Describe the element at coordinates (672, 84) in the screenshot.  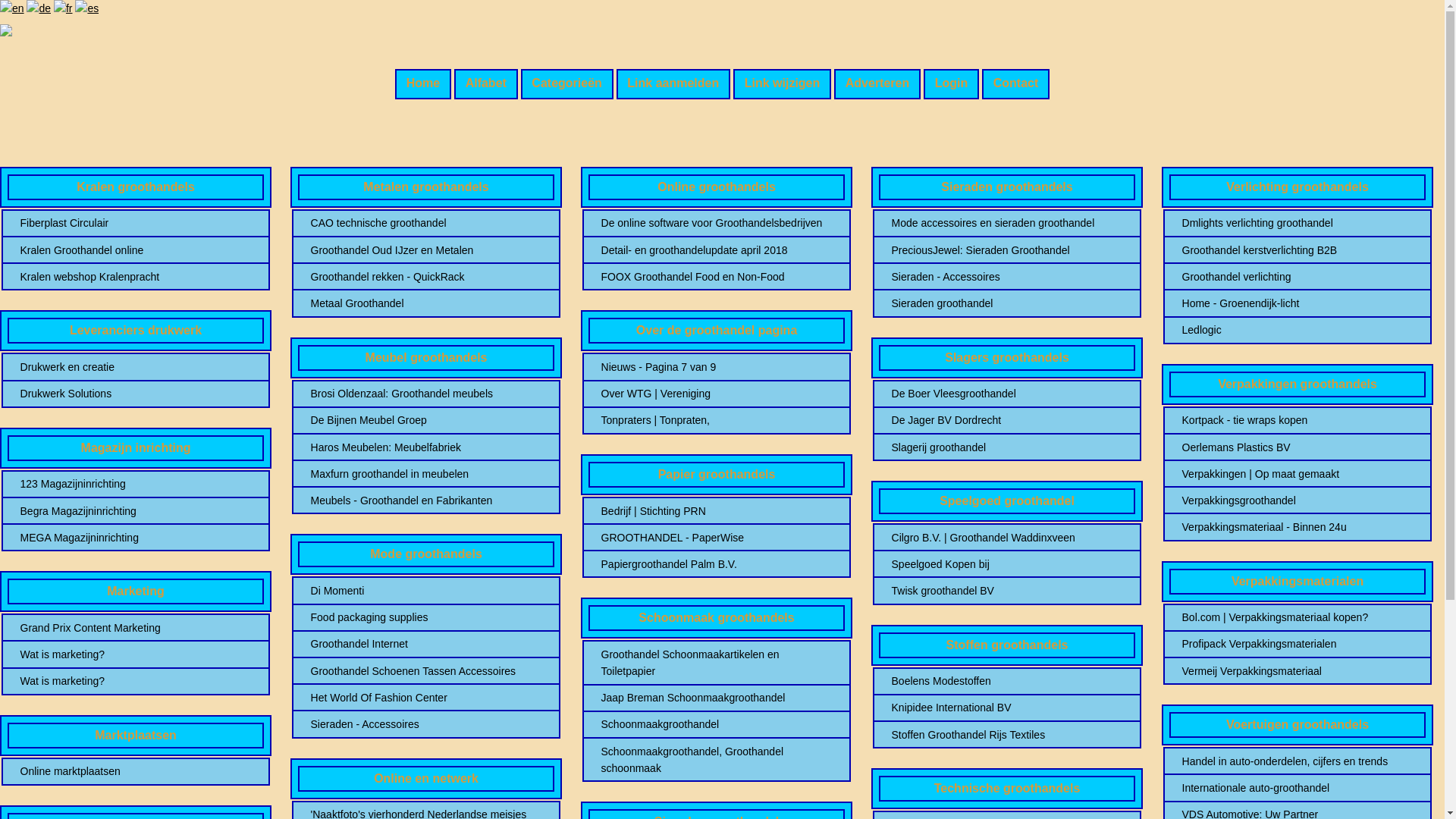
I see `'Link aanmelden'` at that location.